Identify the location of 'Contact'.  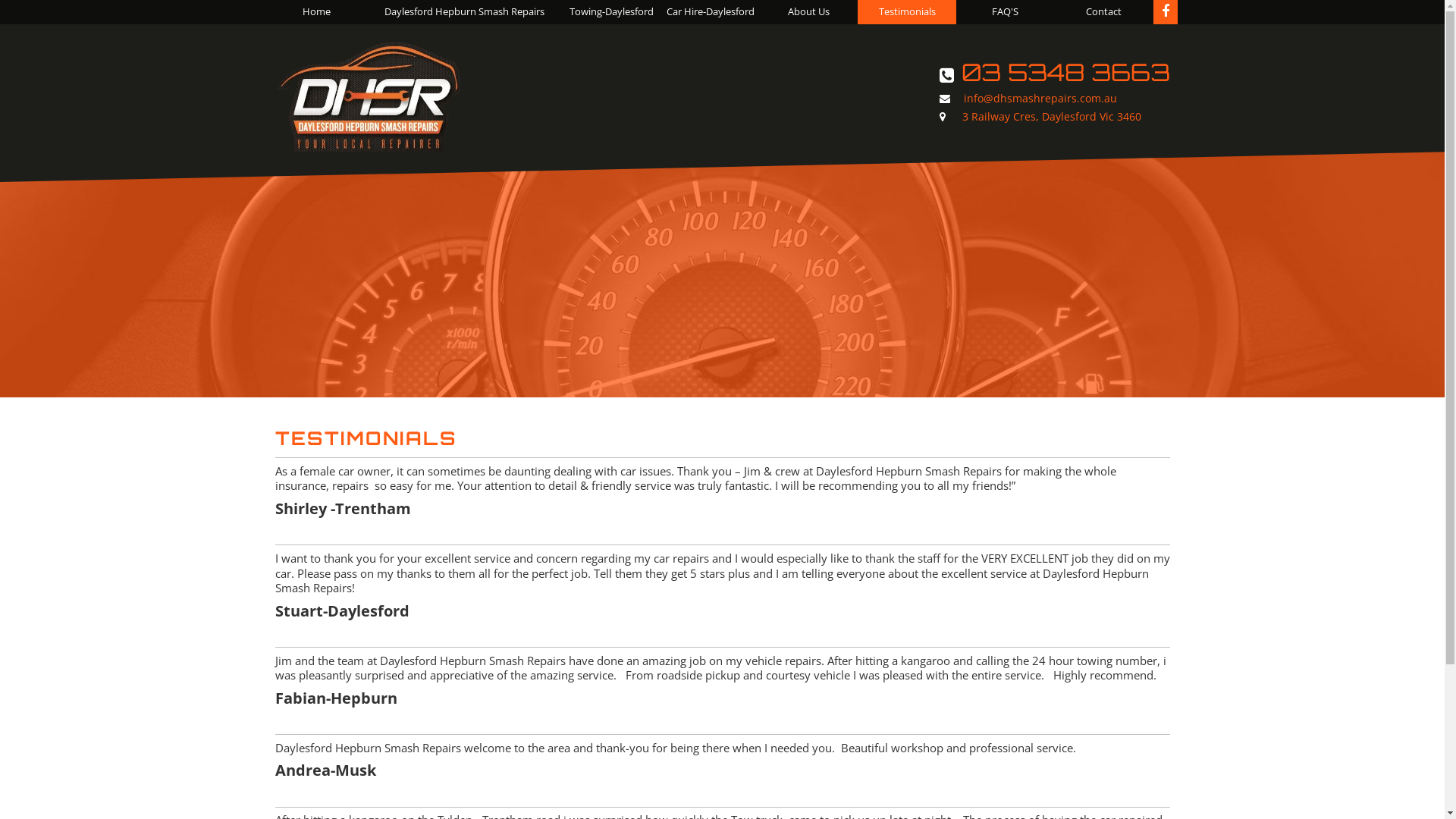
(1103, 11).